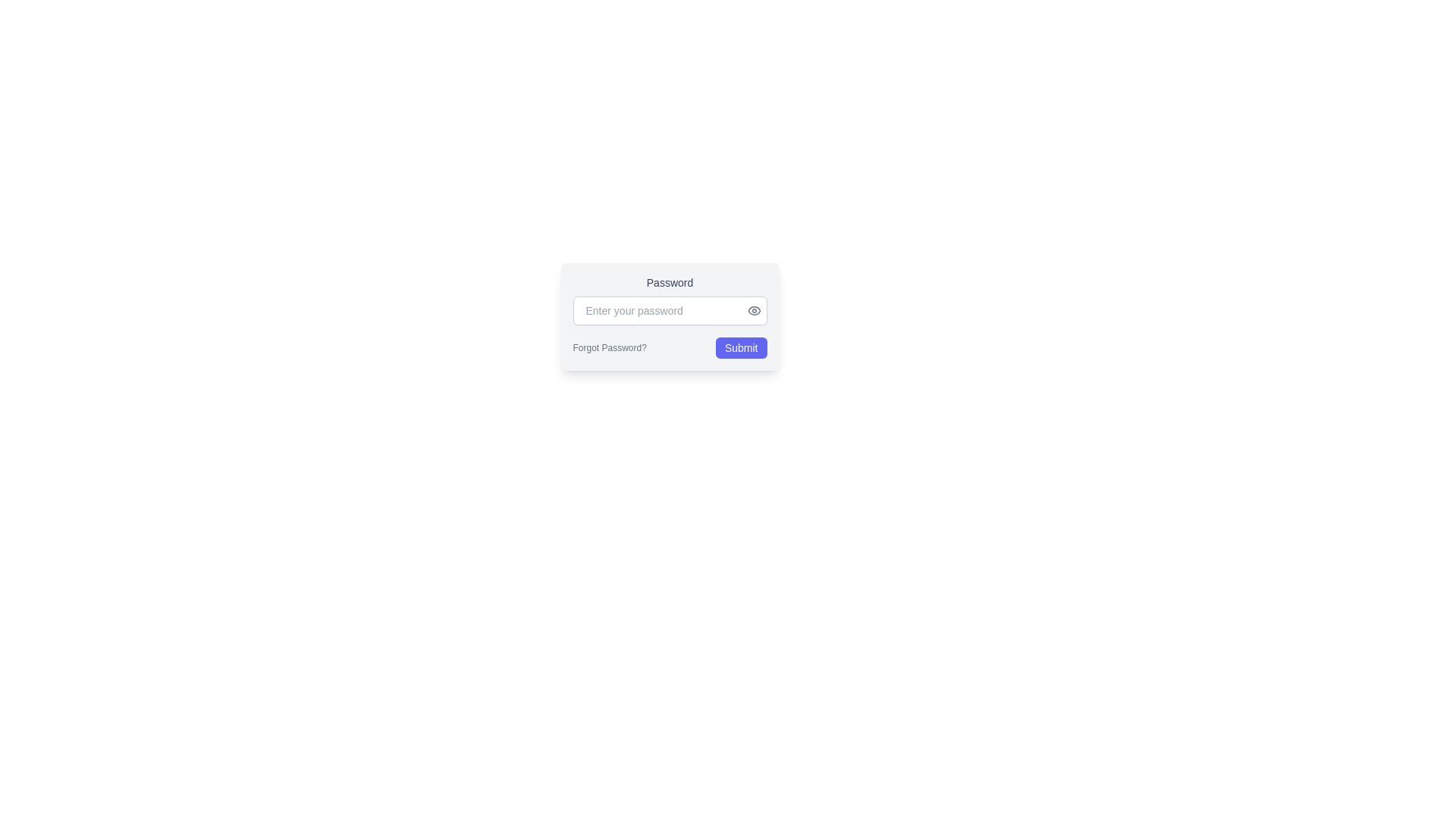  I want to click on the 'Password' text label, which is styled in medium gray and slightly bold, located above the password input field in a centered form, so click(669, 283).